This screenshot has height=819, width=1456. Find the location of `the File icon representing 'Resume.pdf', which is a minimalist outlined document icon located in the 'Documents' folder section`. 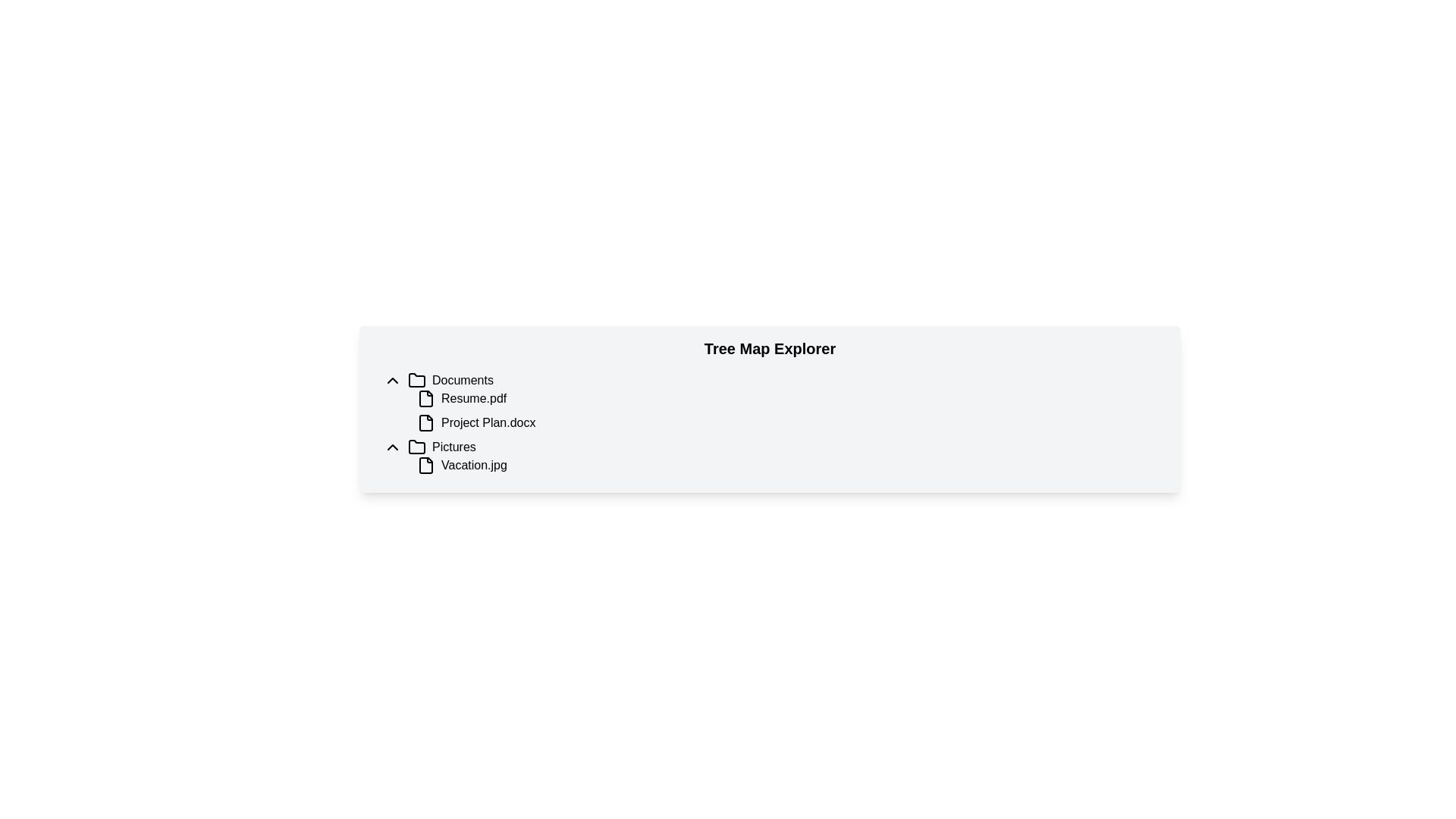

the File icon representing 'Resume.pdf', which is a minimalist outlined document icon located in the 'Documents' folder section is located at coordinates (425, 397).